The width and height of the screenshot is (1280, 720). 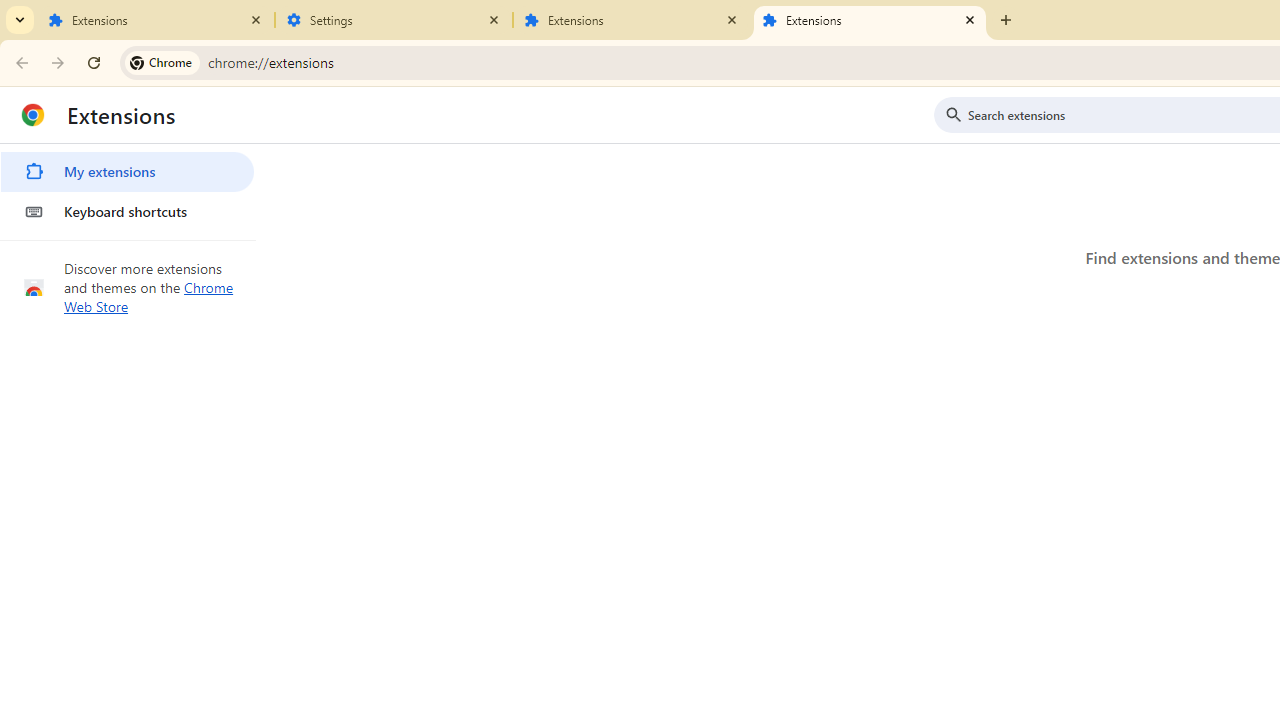 I want to click on 'AutomationID: sectionMenu', so click(x=127, y=187).